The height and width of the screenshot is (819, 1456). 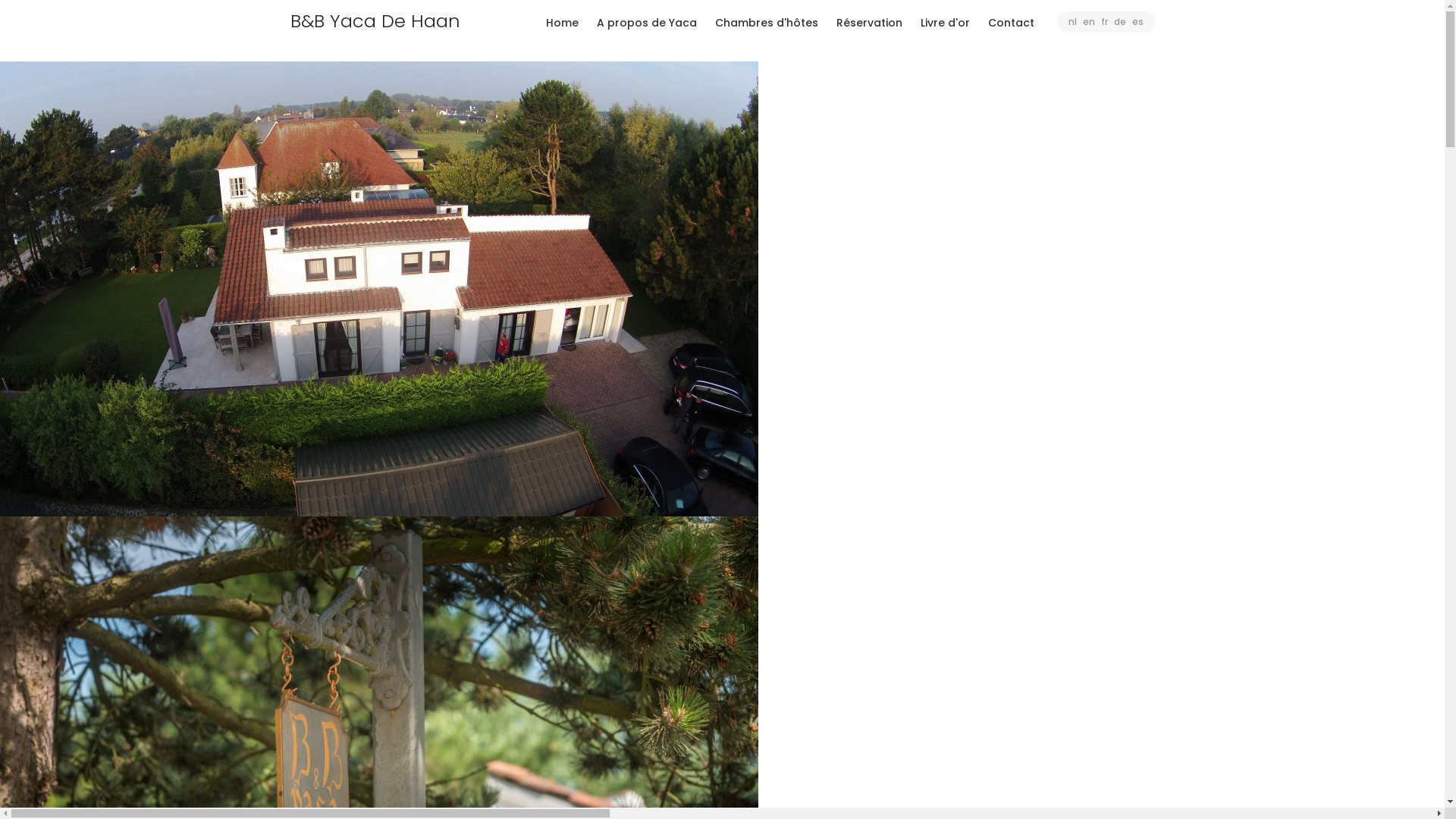 What do you see at coordinates (1071, 21) in the screenshot?
I see `'nl'` at bounding box center [1071, 21].